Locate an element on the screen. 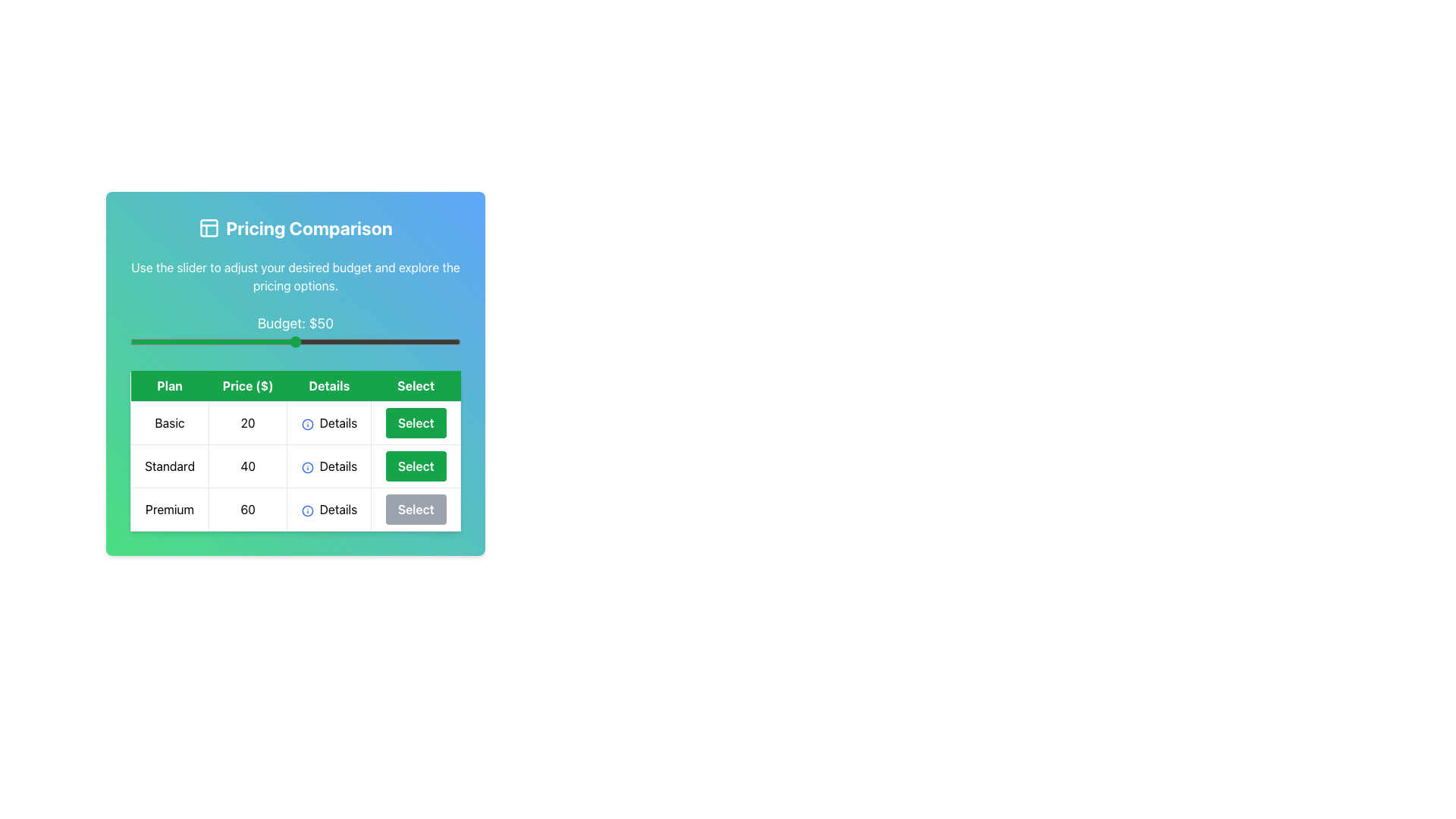  the budget is located at coordinates (232, 342).